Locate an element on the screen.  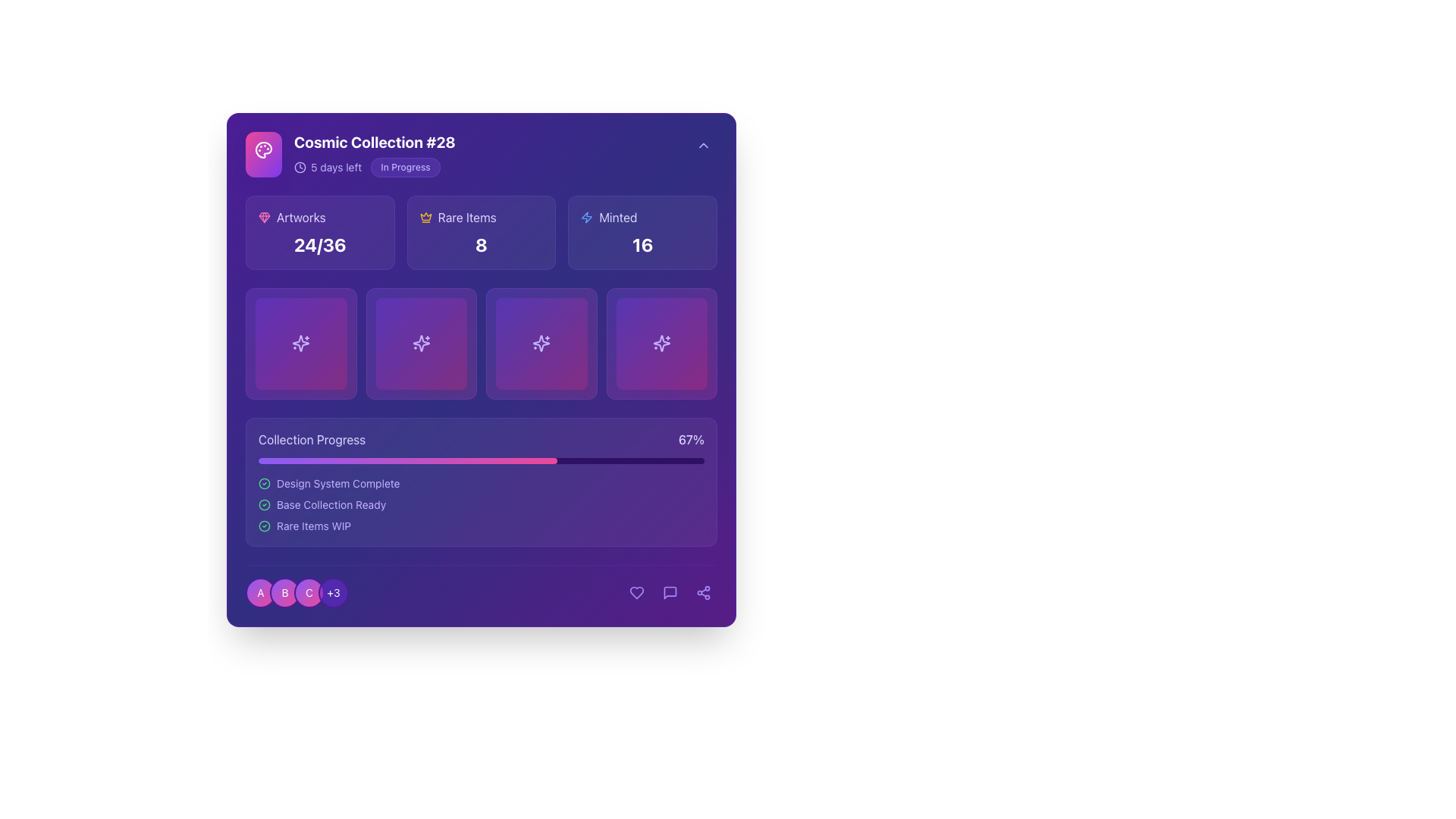
the static text element displaying the progress percentage of '67%' located at the far right of the 'Collection Progress' section, aligned with the label 'Collection Progress' is located at coordinates (691, 439).